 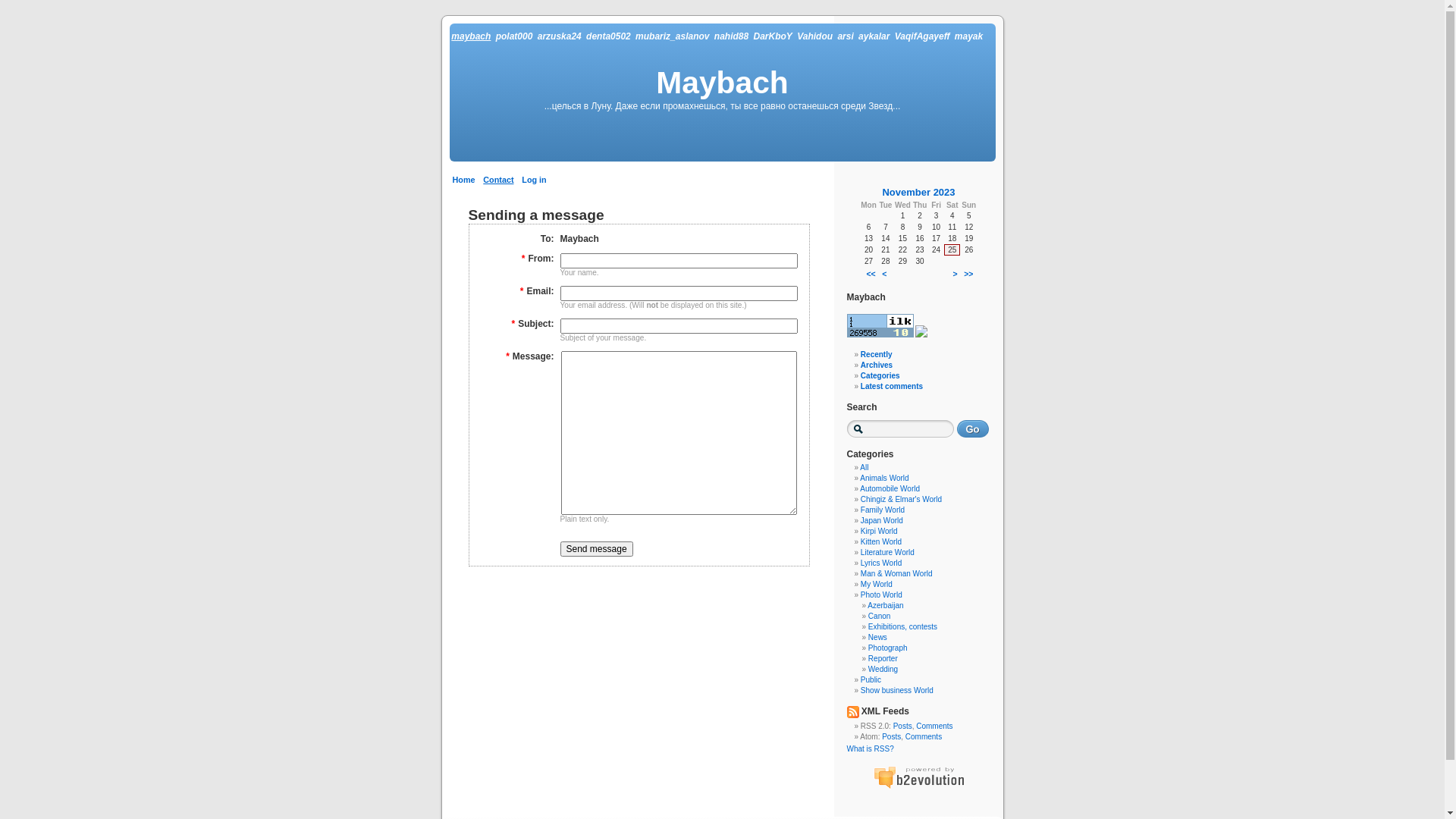 I want to click on 'Exhibitions, contests', so click(x=902, y=626).